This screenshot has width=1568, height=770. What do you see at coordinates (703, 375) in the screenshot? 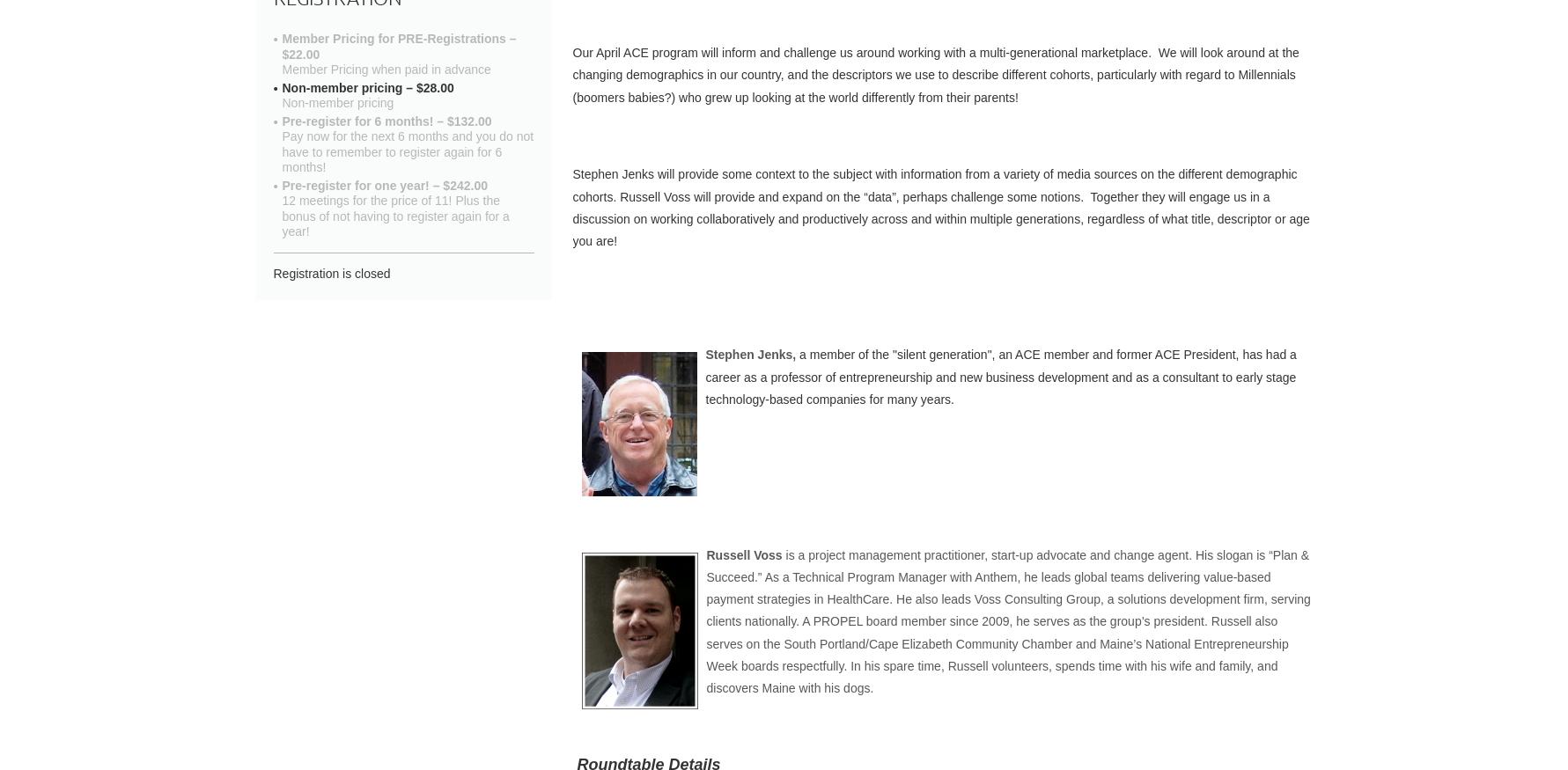
I see `'a member of the "silent generation", an ACE member and former ACE President, has had a career as a professor of entrepreneurship and new business development and as a consultant to early stage technology-based companies for many years.'` at bounding box center [703, 375].